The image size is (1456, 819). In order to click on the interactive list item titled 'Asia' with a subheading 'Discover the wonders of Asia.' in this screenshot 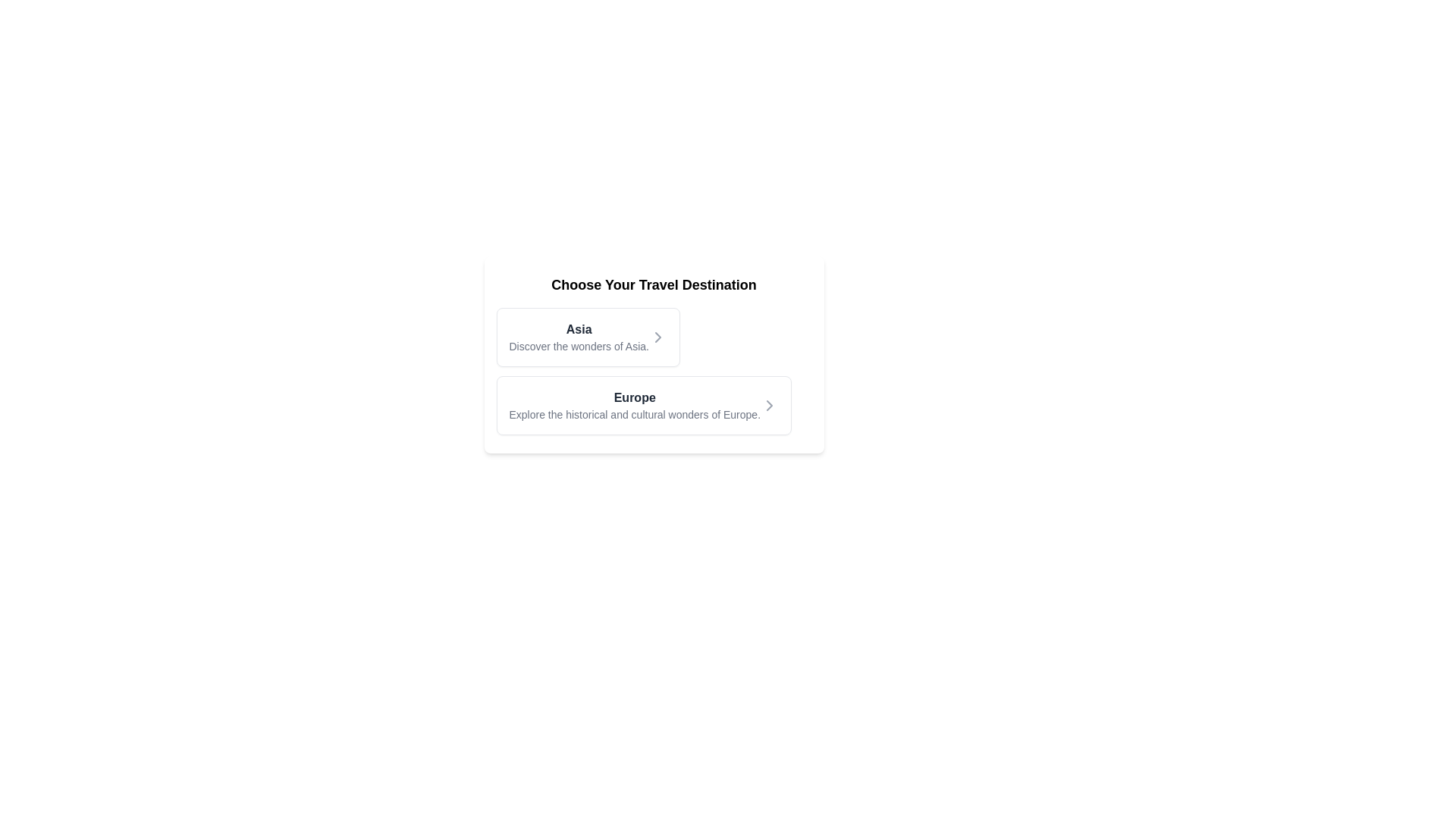, I will do `click(587, 336)`.